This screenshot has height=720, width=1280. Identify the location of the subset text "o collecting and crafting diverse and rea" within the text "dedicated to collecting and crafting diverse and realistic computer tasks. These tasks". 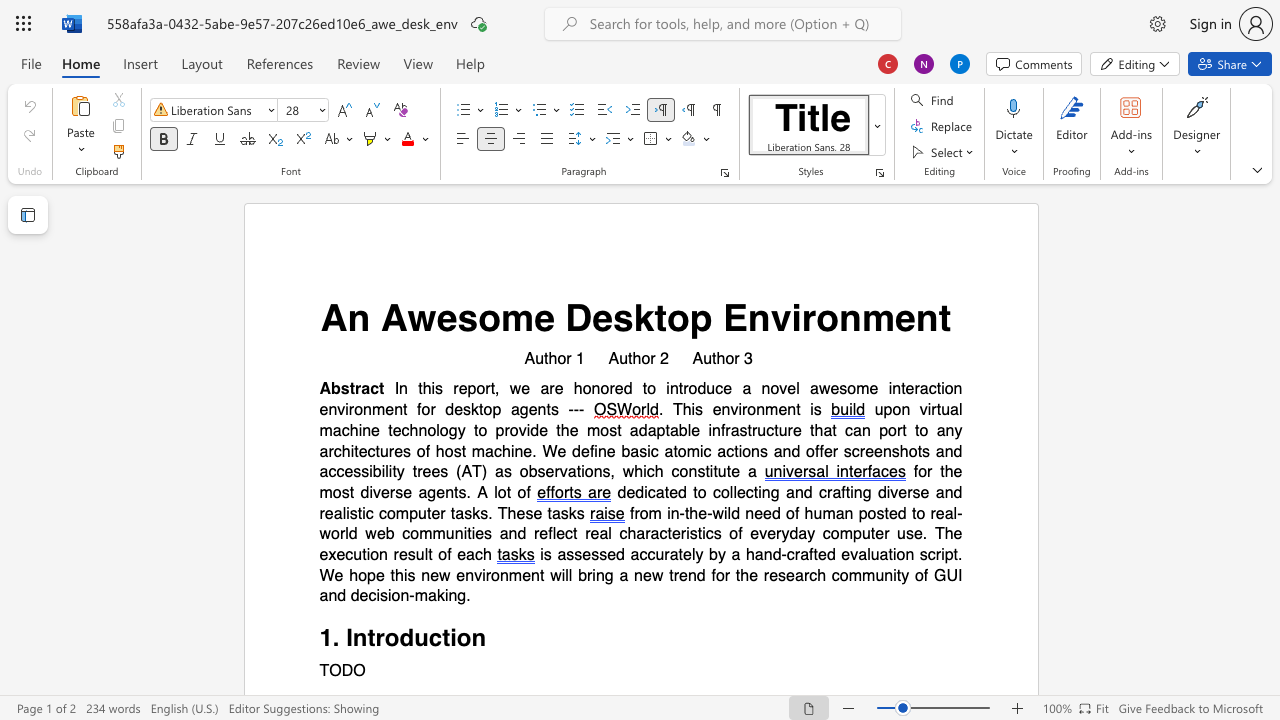
(697, 492).